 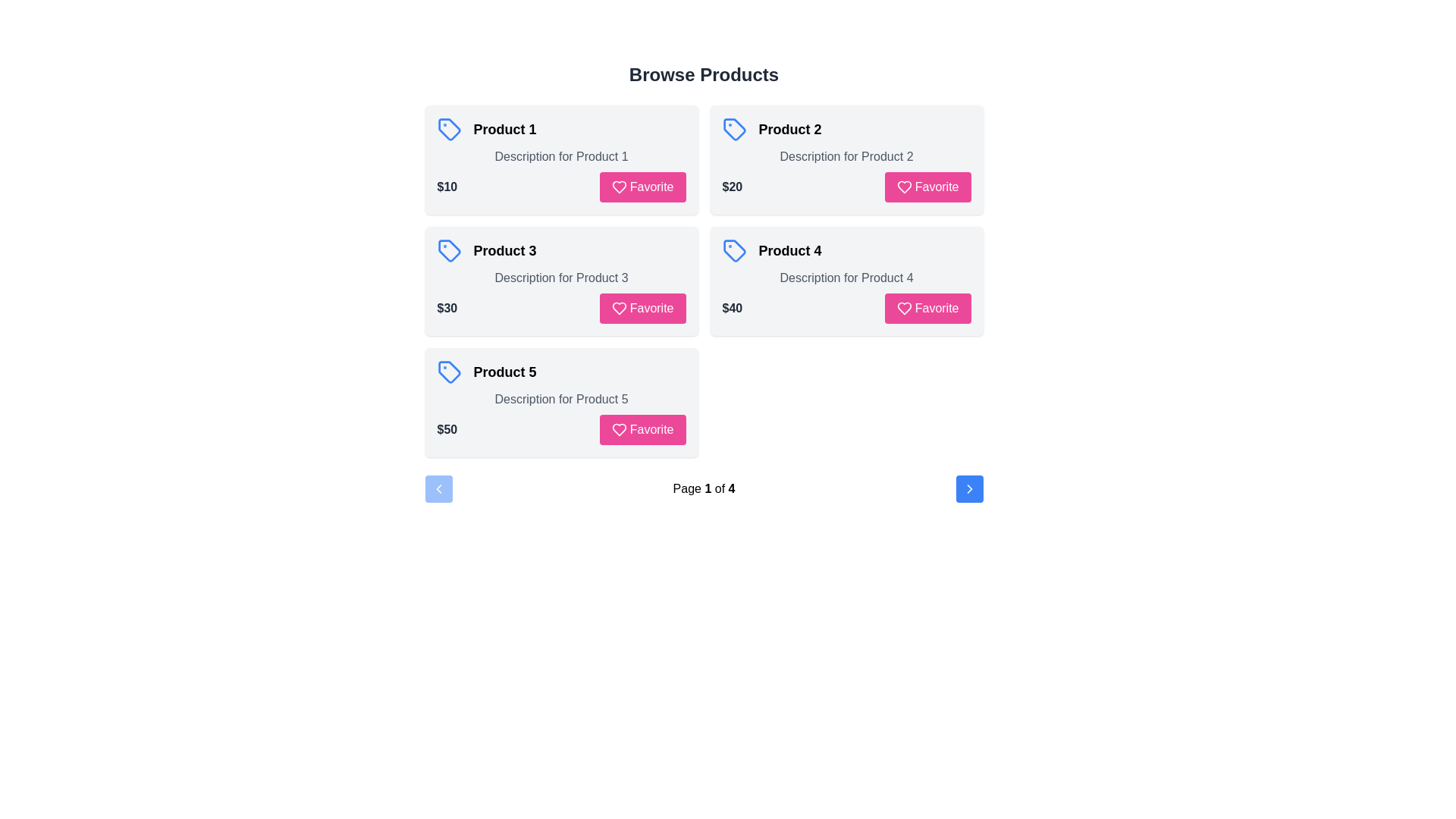 What do you see at coordinates (904, 186) in the screenshot?
I see `the heart-shaped icon of the favorite button located to the left of the 'Favorite' label for 'Product 2' with a pink background` at bounding box center [904, 186].